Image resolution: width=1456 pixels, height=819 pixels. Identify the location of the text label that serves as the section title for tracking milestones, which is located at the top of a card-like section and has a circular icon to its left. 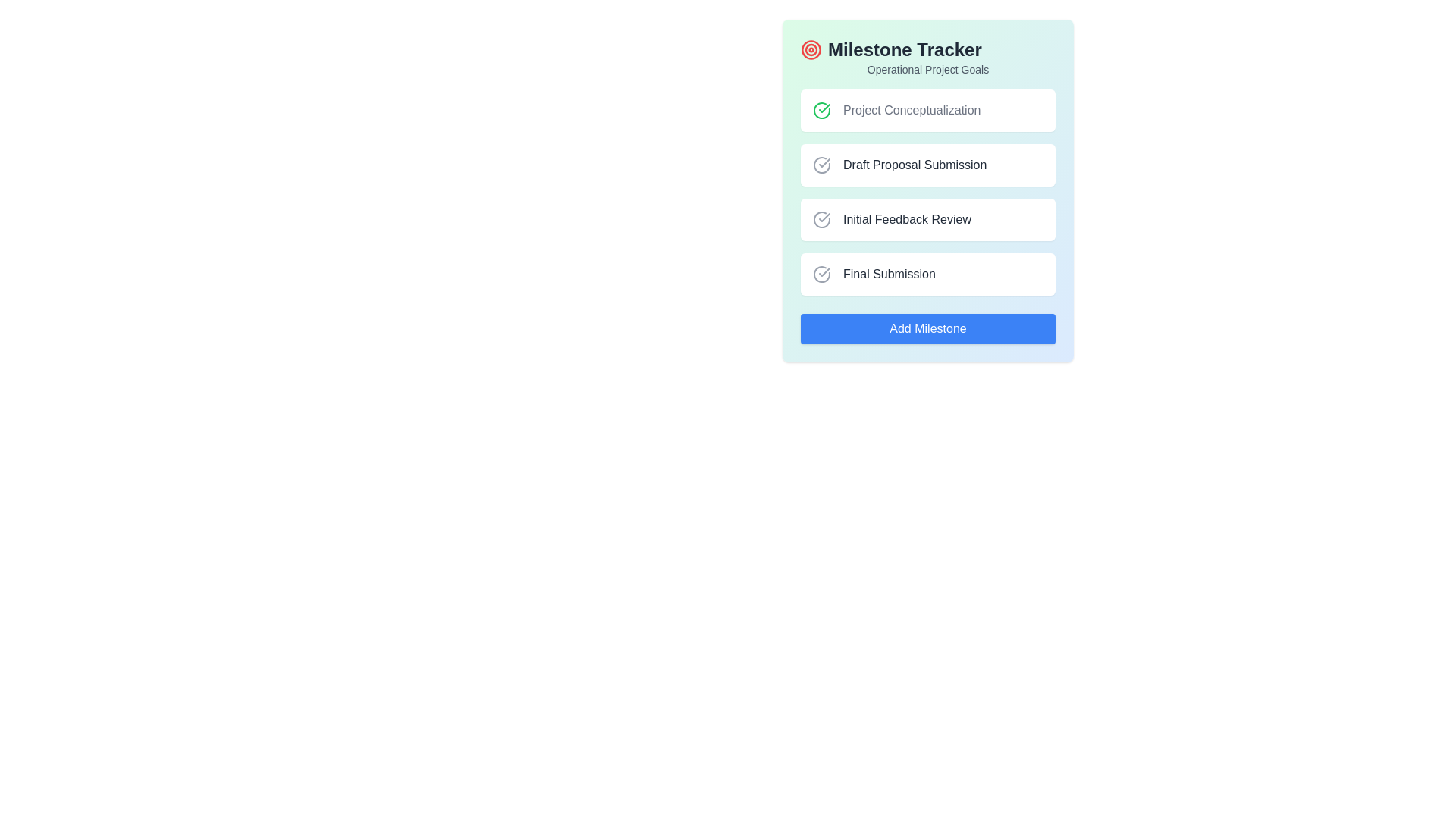
(927, 49).